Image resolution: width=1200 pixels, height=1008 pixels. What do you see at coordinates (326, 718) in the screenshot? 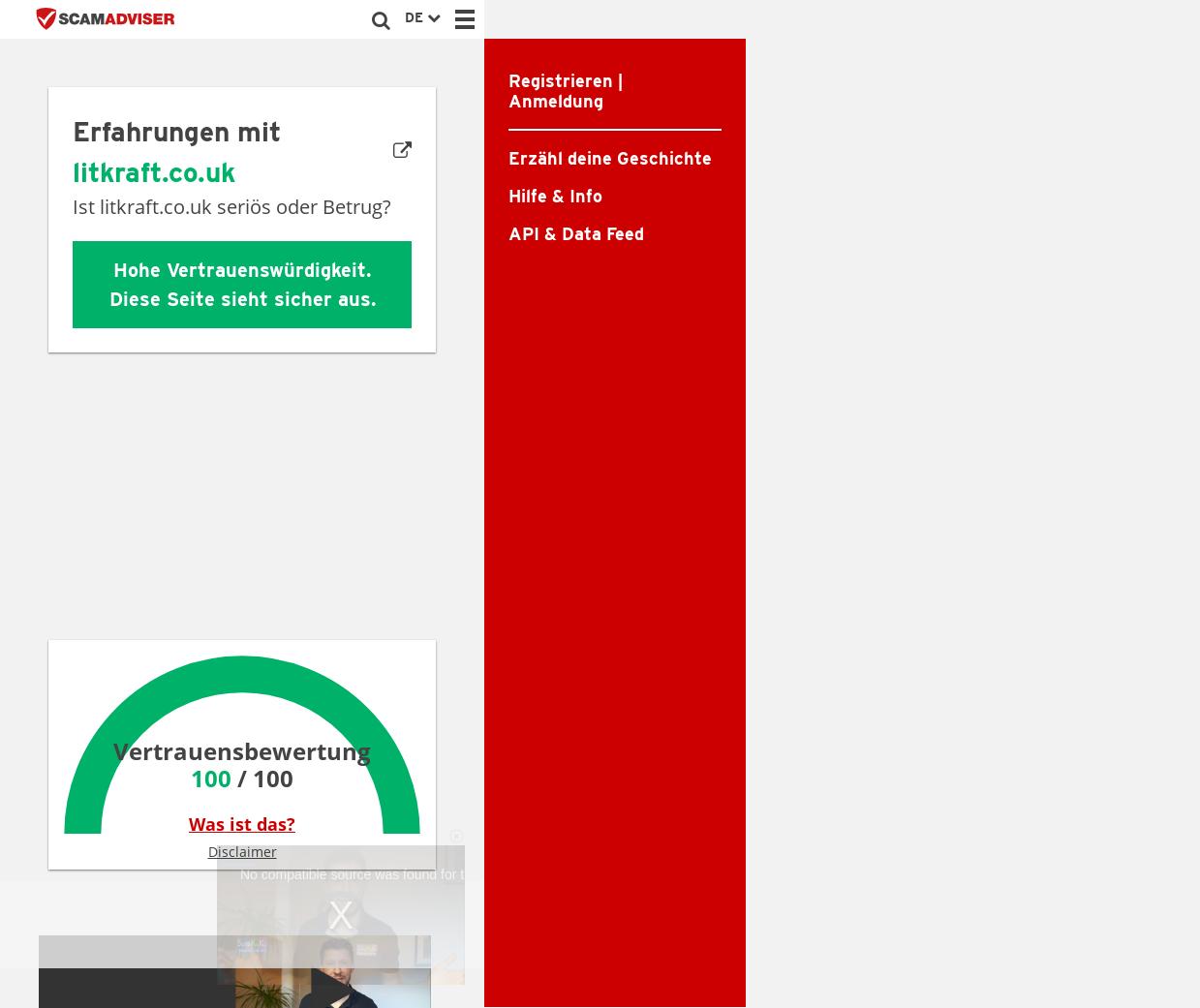
I see `'Deutsch lernen mit SPRAKUKO - Deuts...'` at bounding box center [326, 718].